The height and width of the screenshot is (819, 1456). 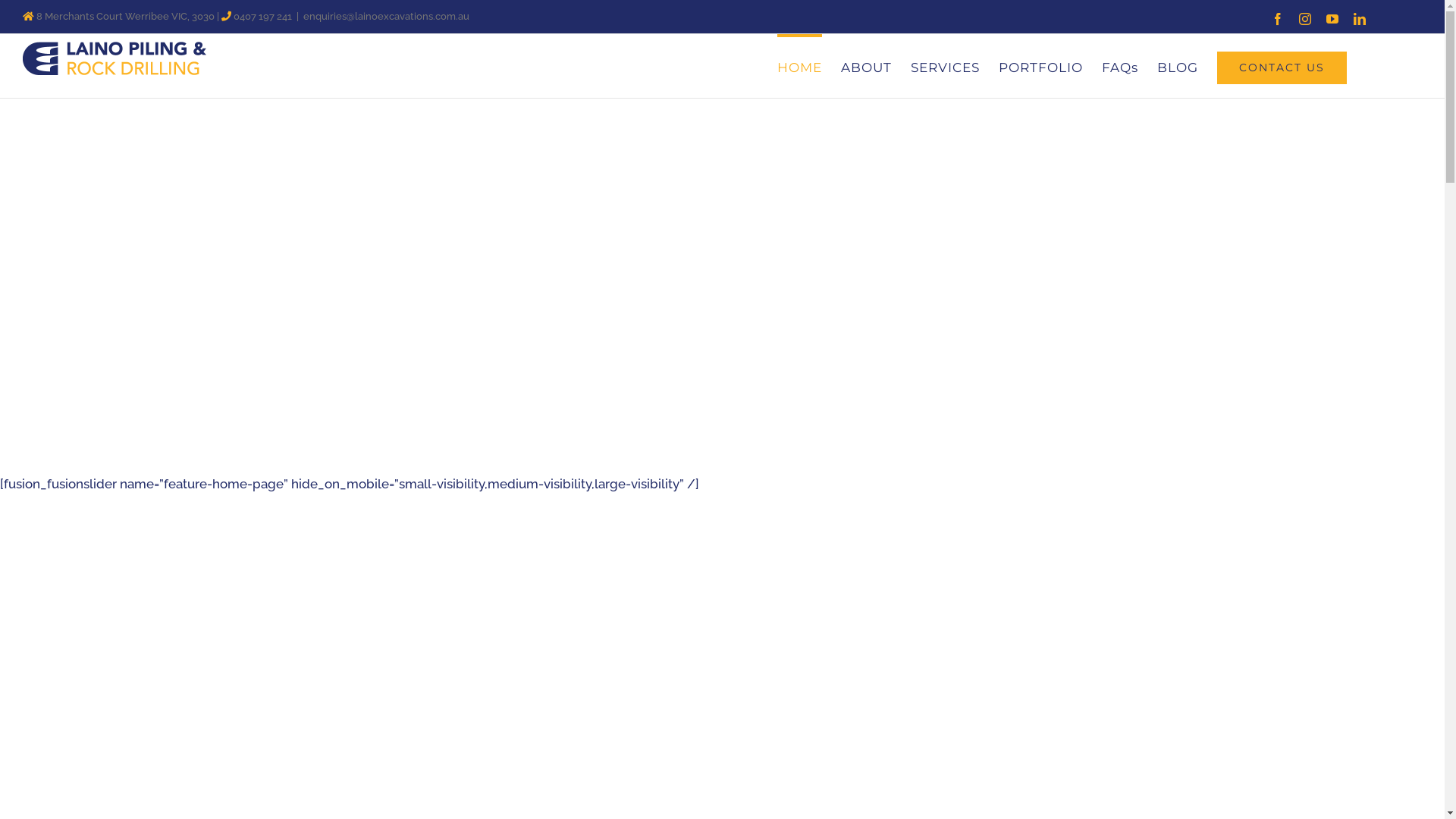 I want to click on 'BLOG', so click(x=1177, y=65).